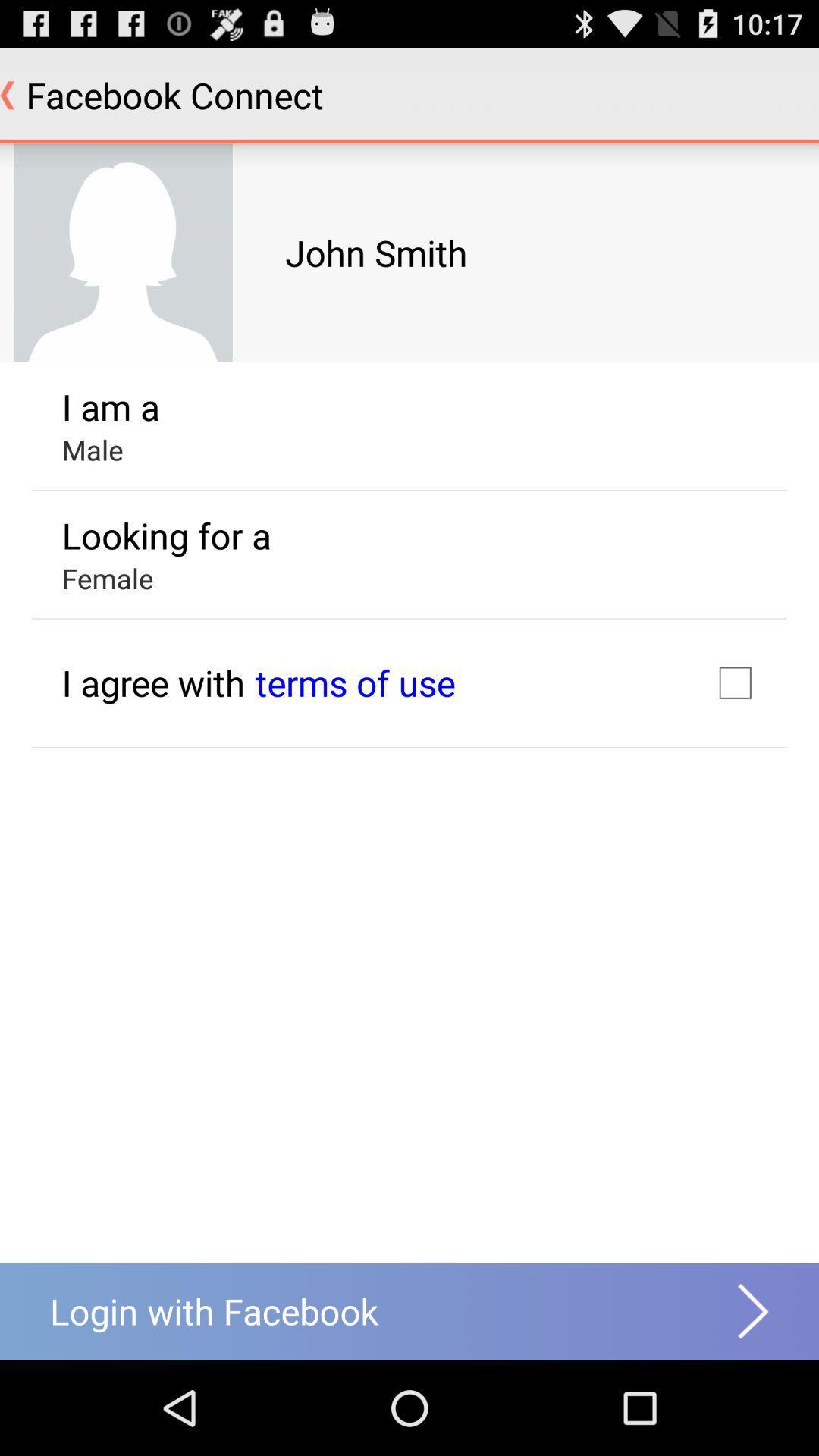 Image resolution: width=819 pixels, height=1456 pixels. Describe the element at coordinates (107, 577) in the screenshot. I see `app above the i agree with icon` at that location.